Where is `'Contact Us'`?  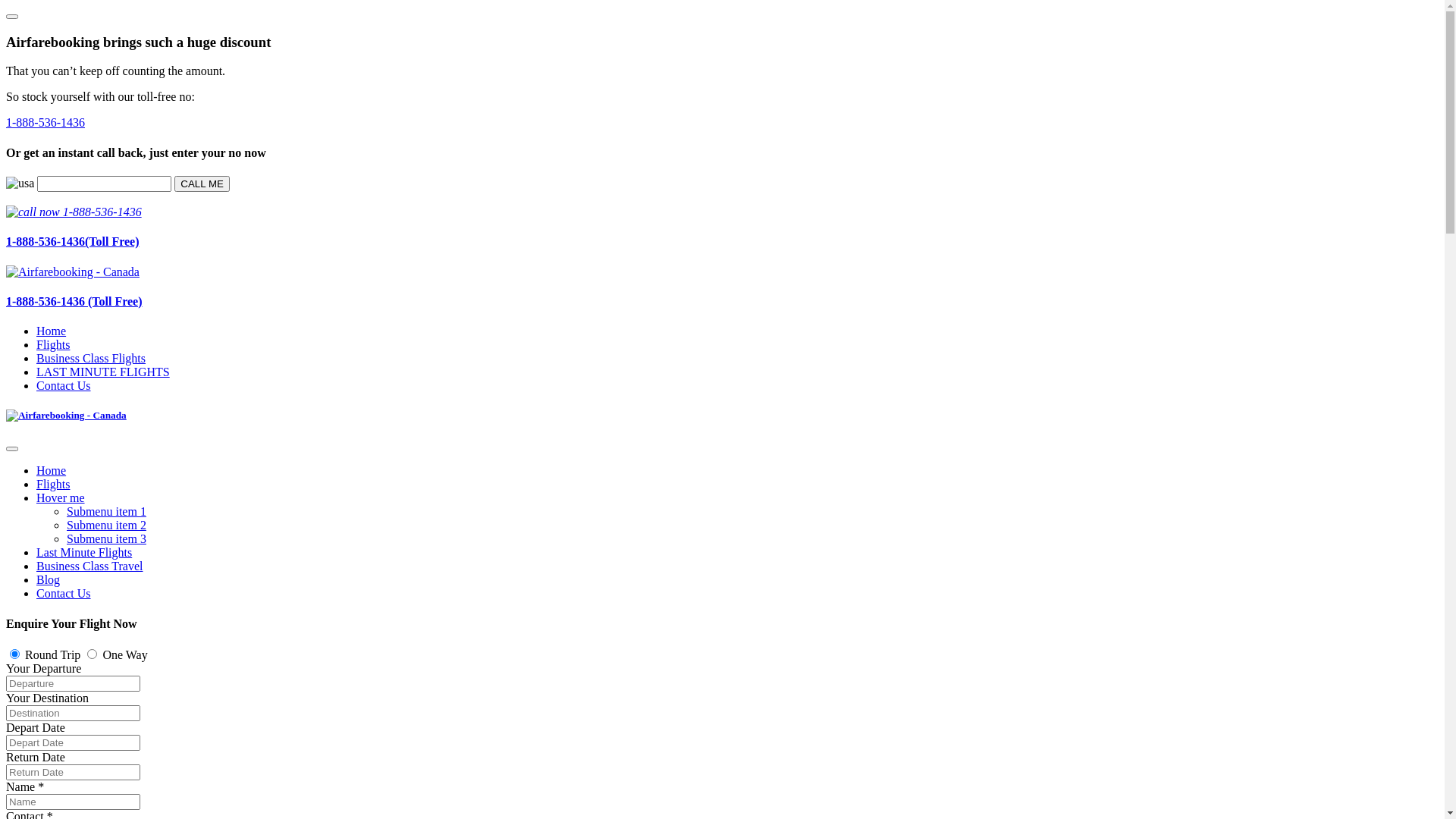
'Contact Us' is located at coordinates (36, 592).